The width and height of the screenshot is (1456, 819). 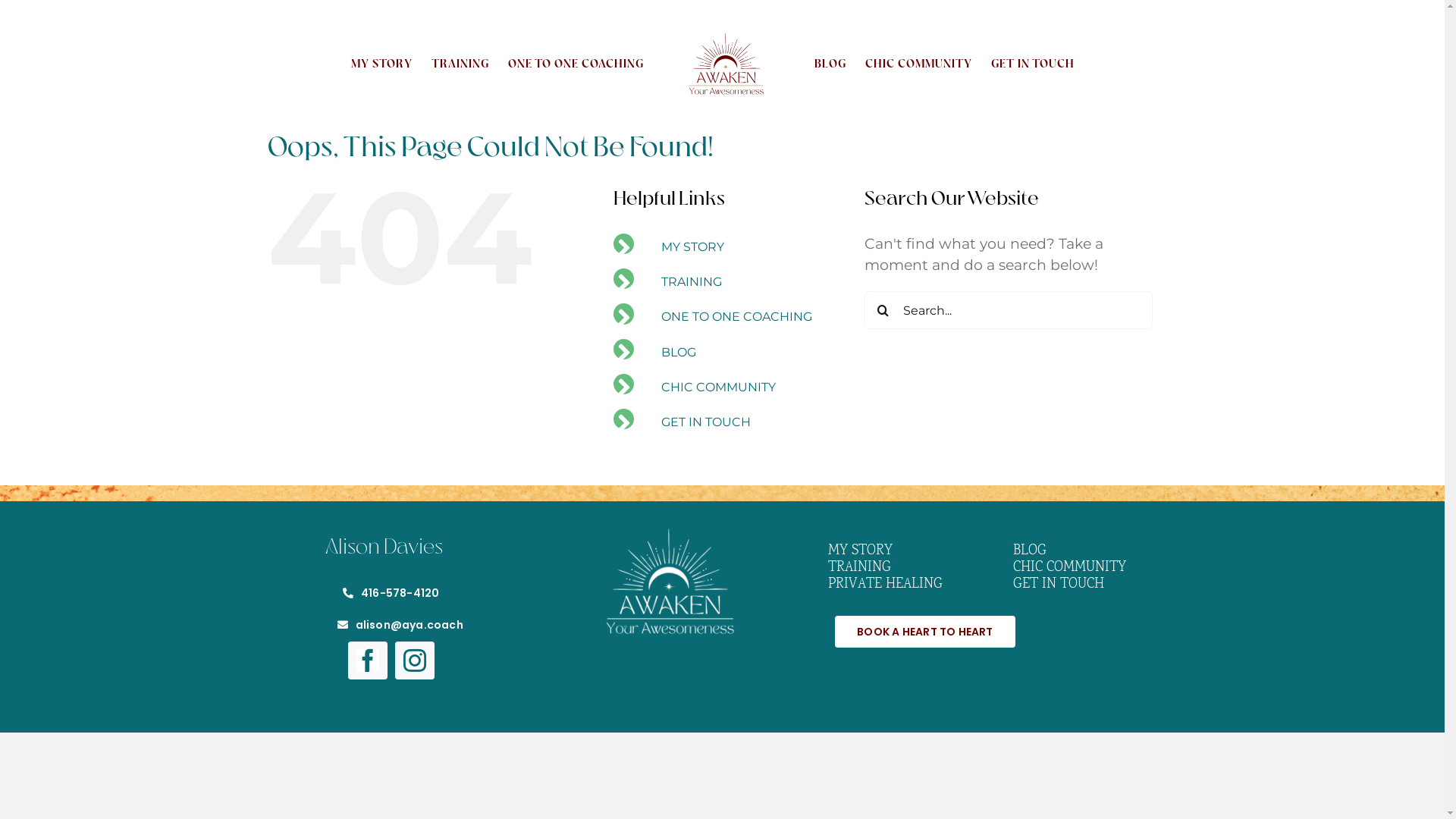 I want to click on 'TRAINING', so click(x=691, y=281).